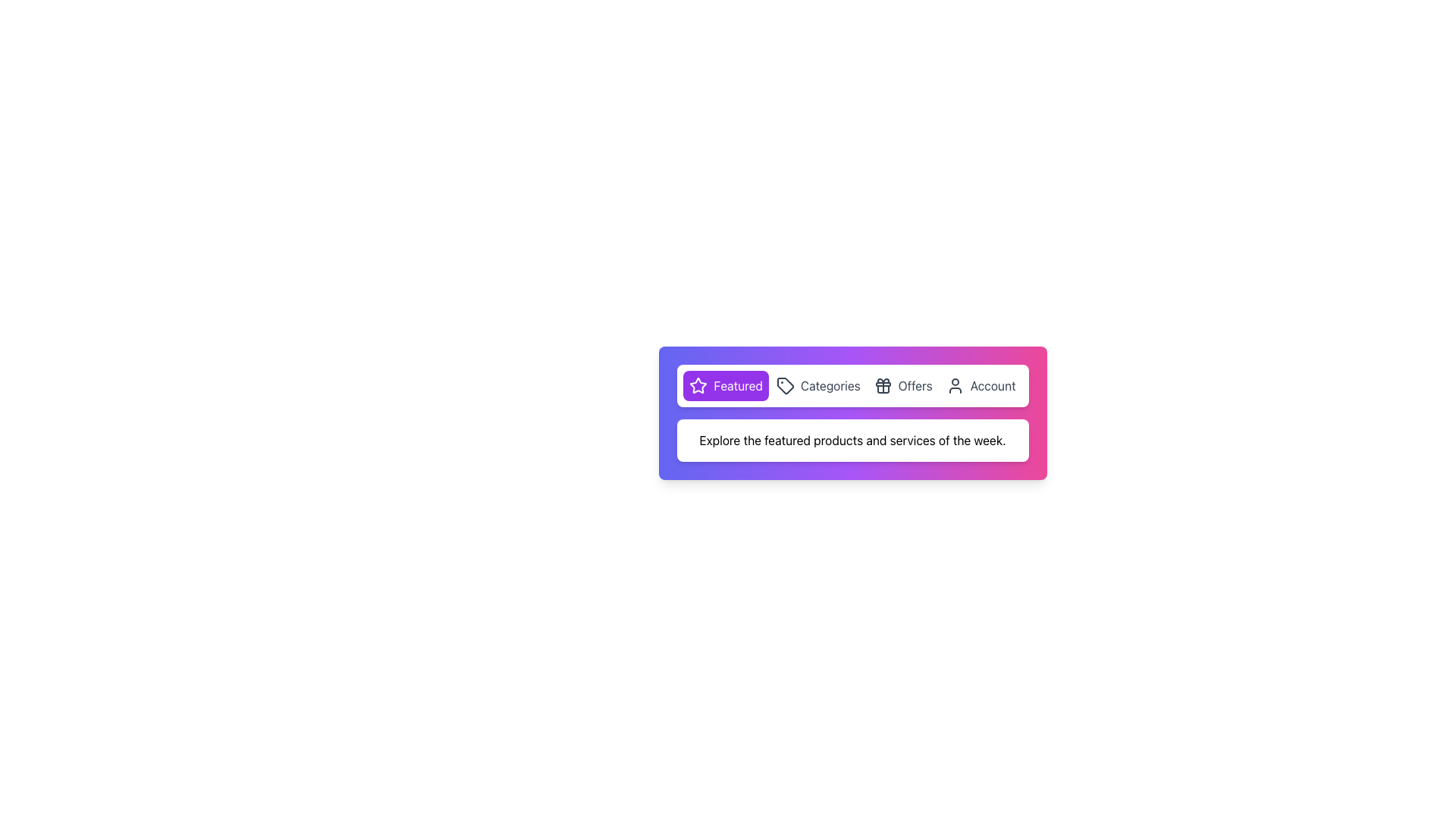 The image size is (1456, 819). What do you see at coordinates (738, 385) in the screenshot?
I see `the text label inside the navigation button that identifies featured items, located to the right of the purple button and next to the star icon` at bounding box center [738, 385].